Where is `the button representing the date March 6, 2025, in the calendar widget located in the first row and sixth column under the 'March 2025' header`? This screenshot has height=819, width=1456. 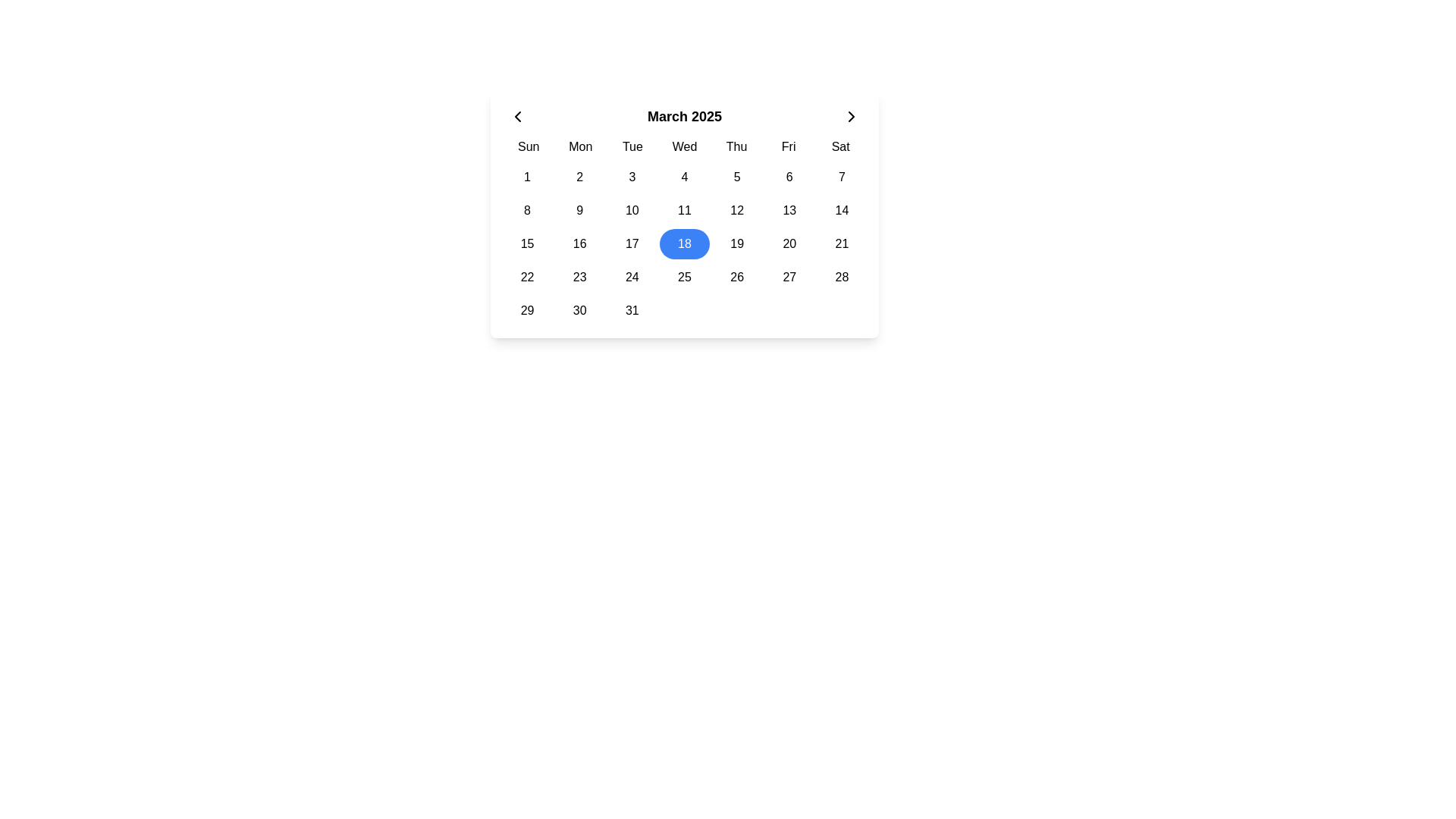
the button representing the date March 6, 2025, in the calendar widget located in the first row and sixth column under the 'March 2025' header is located at coordinates (789, 177).